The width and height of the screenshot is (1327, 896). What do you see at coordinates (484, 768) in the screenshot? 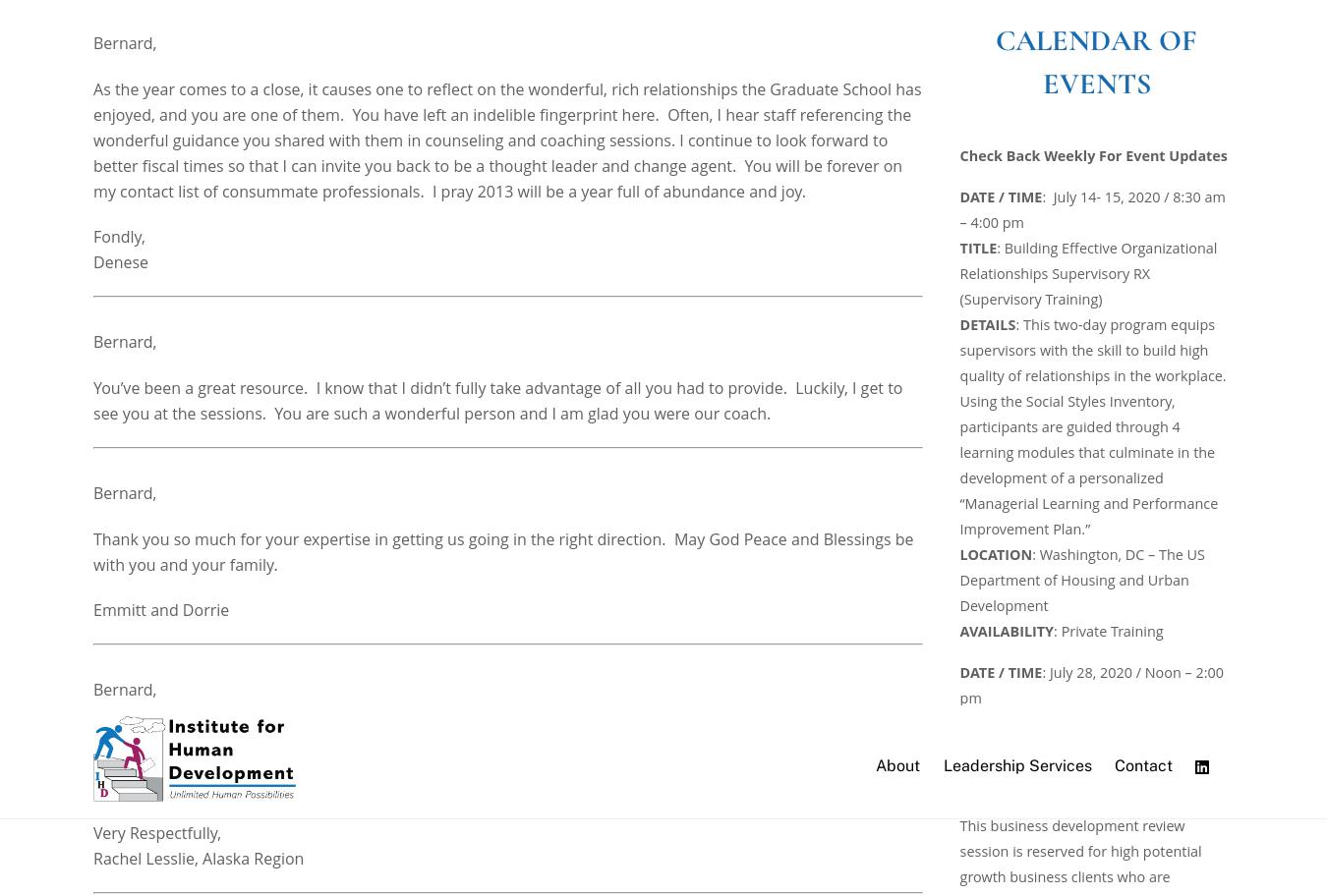
I see `'Leadership Services'` at bounding box center [484, 768].